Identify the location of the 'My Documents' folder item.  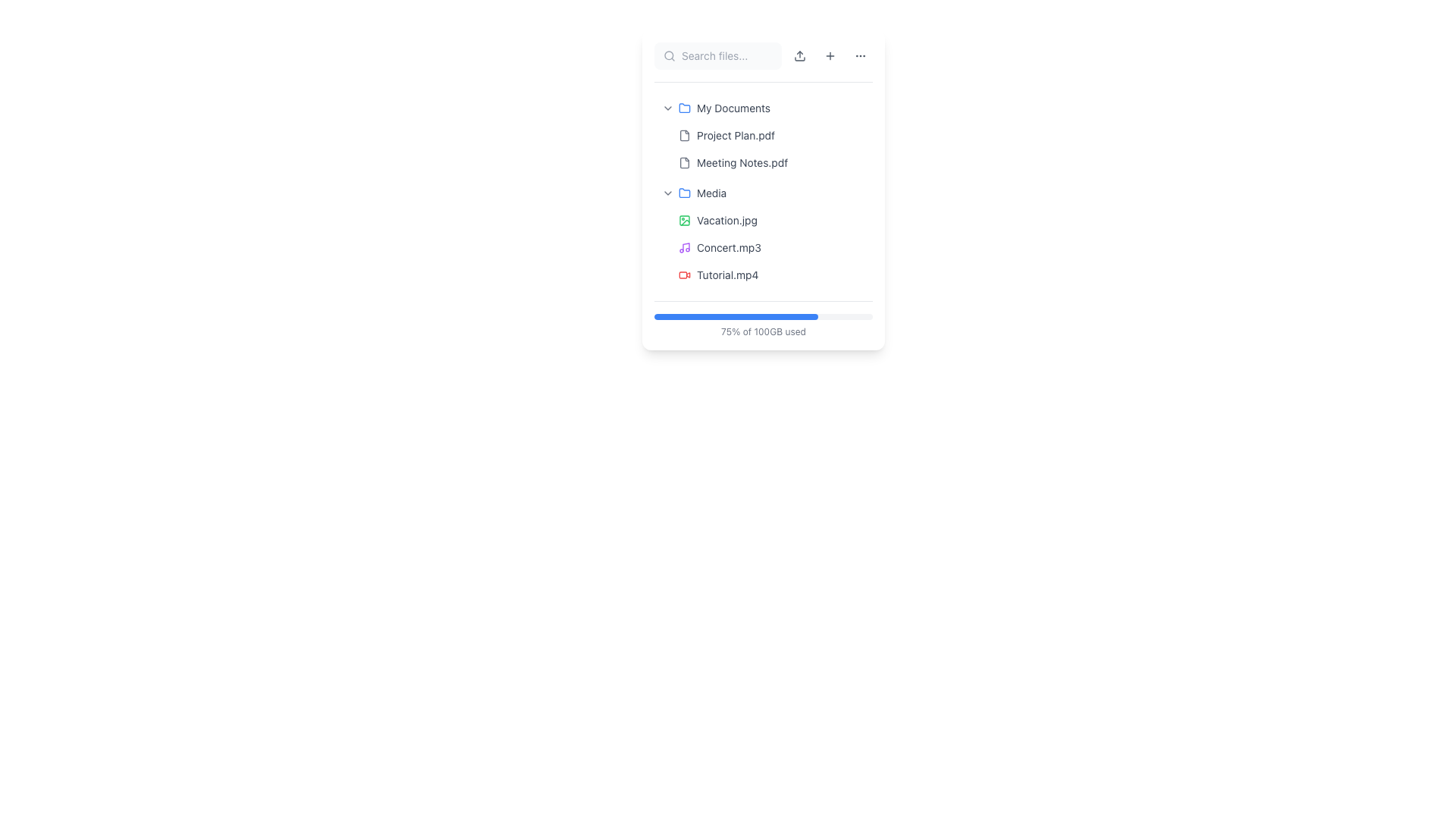
(764, 107).